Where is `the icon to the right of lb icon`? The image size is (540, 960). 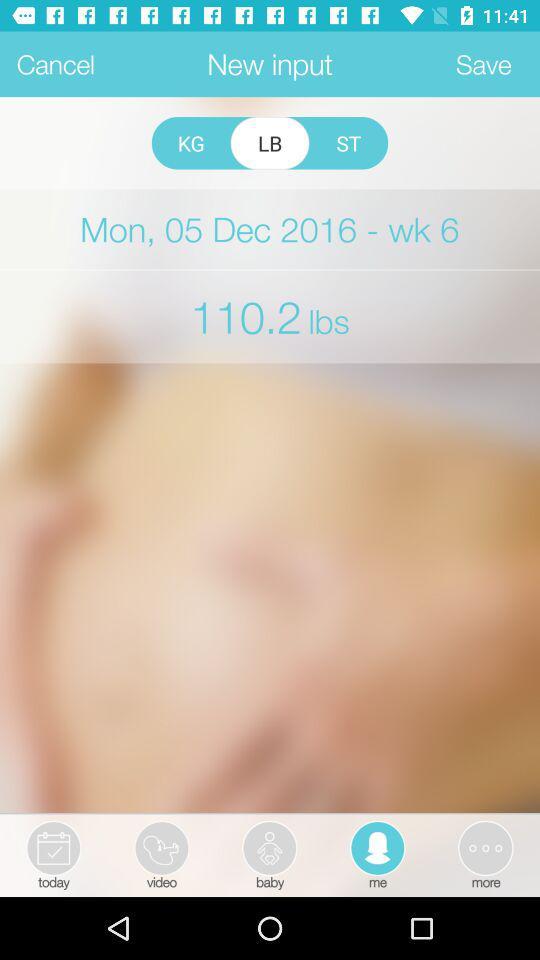 the icon to the right of lb icon is located at coordinates (347, 142).